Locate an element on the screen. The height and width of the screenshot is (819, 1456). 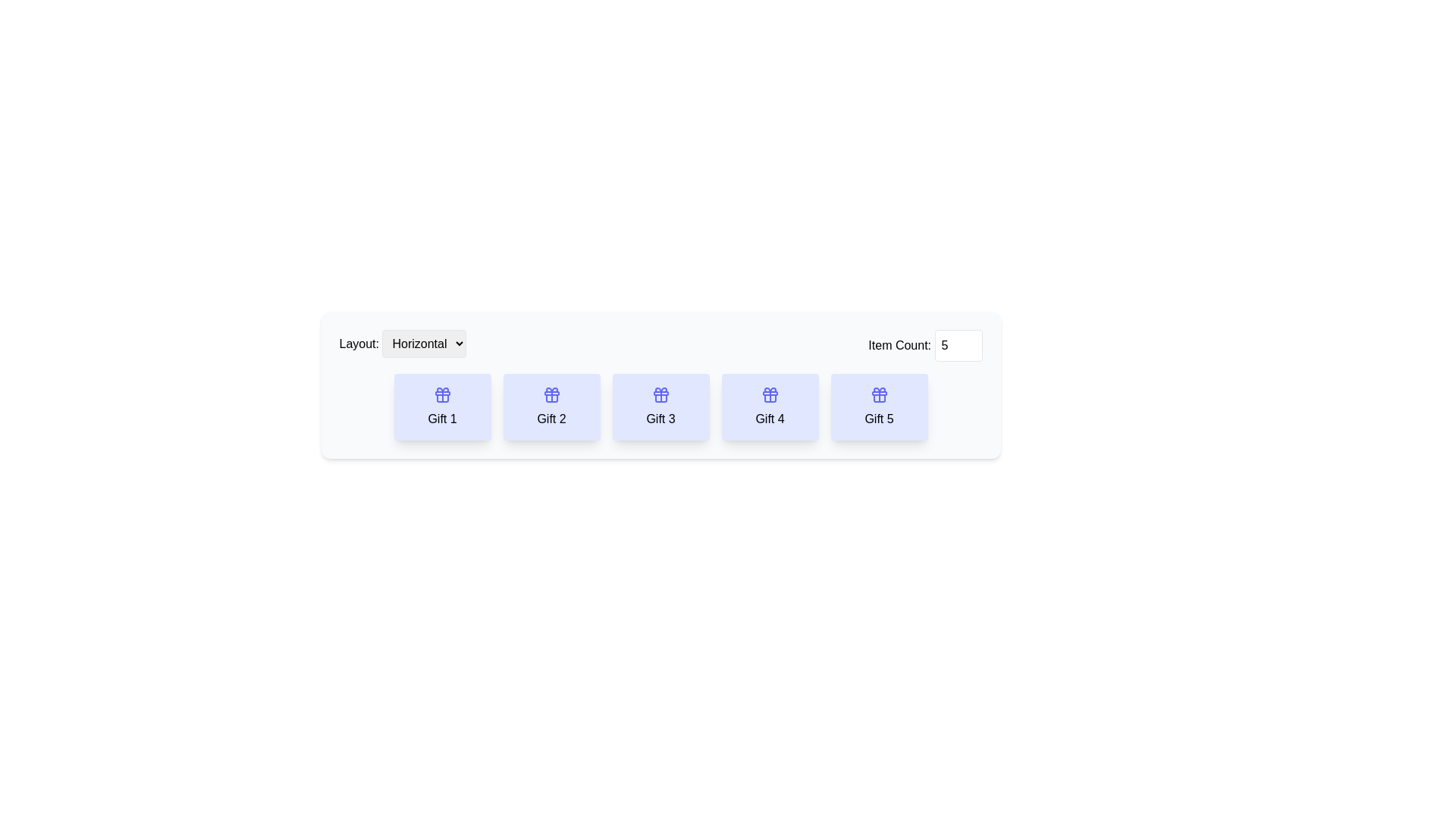
the indigo gift icon located in the second box labeled 'Gift 2', which is part of a horizontal sequence of five gift boxes is located at coordinates (551, 394).